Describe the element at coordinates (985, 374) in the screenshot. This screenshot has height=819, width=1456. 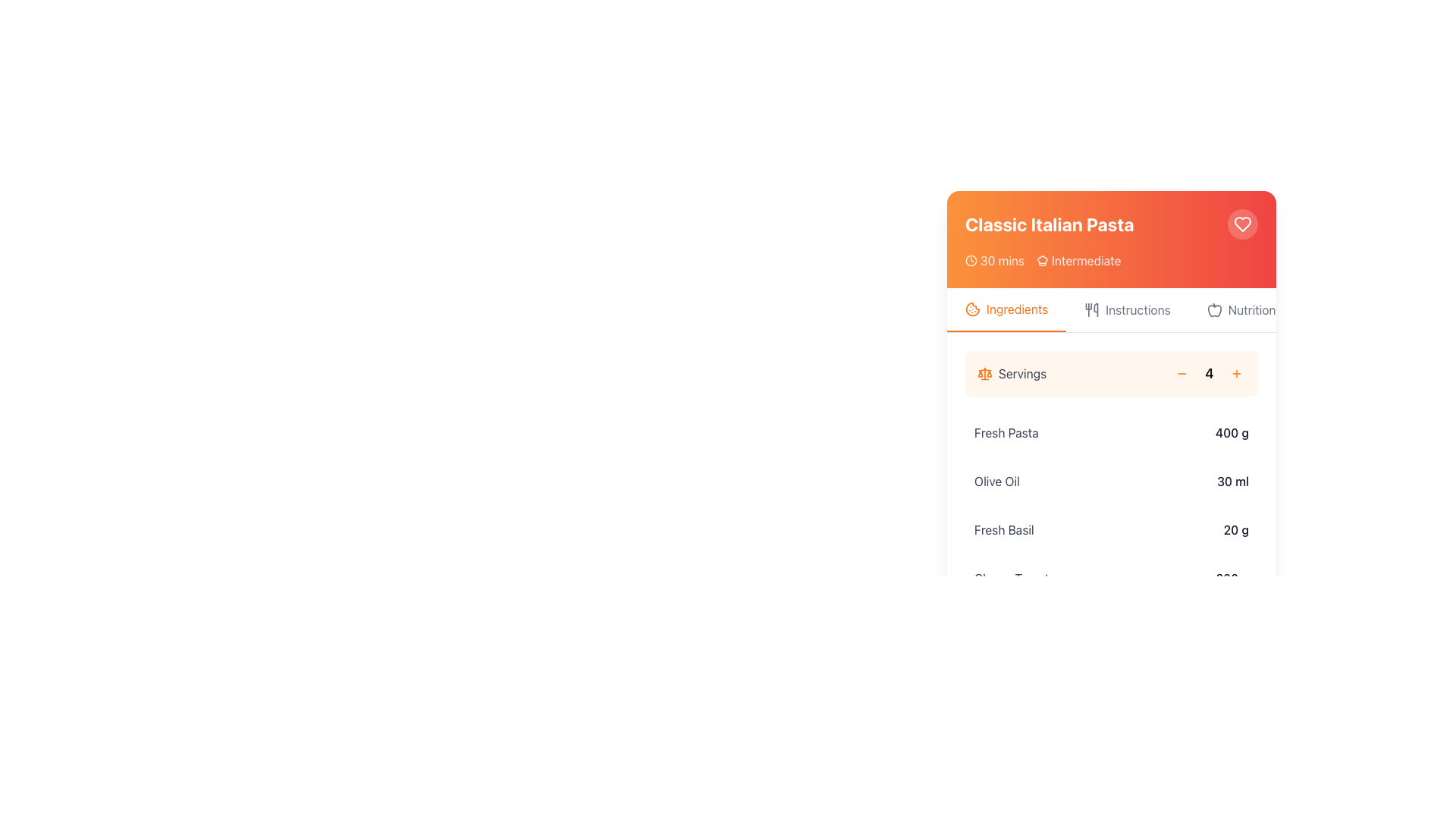
I see `the decorative scale icon located to the left of the 'Servings' label in the servings section` at that location.